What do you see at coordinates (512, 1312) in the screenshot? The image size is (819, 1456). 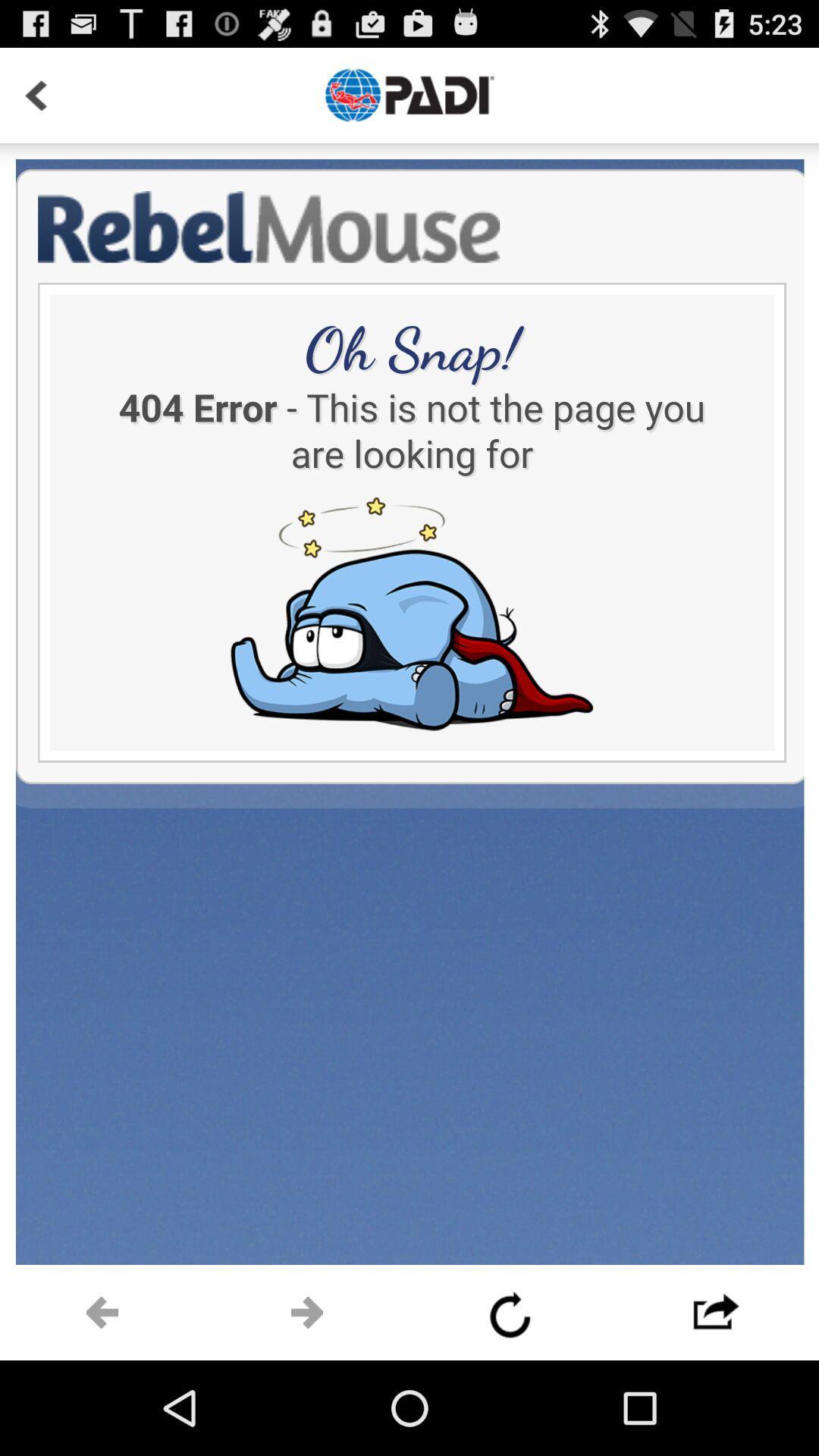 I see `previous` at bounding box center [512, 1312].